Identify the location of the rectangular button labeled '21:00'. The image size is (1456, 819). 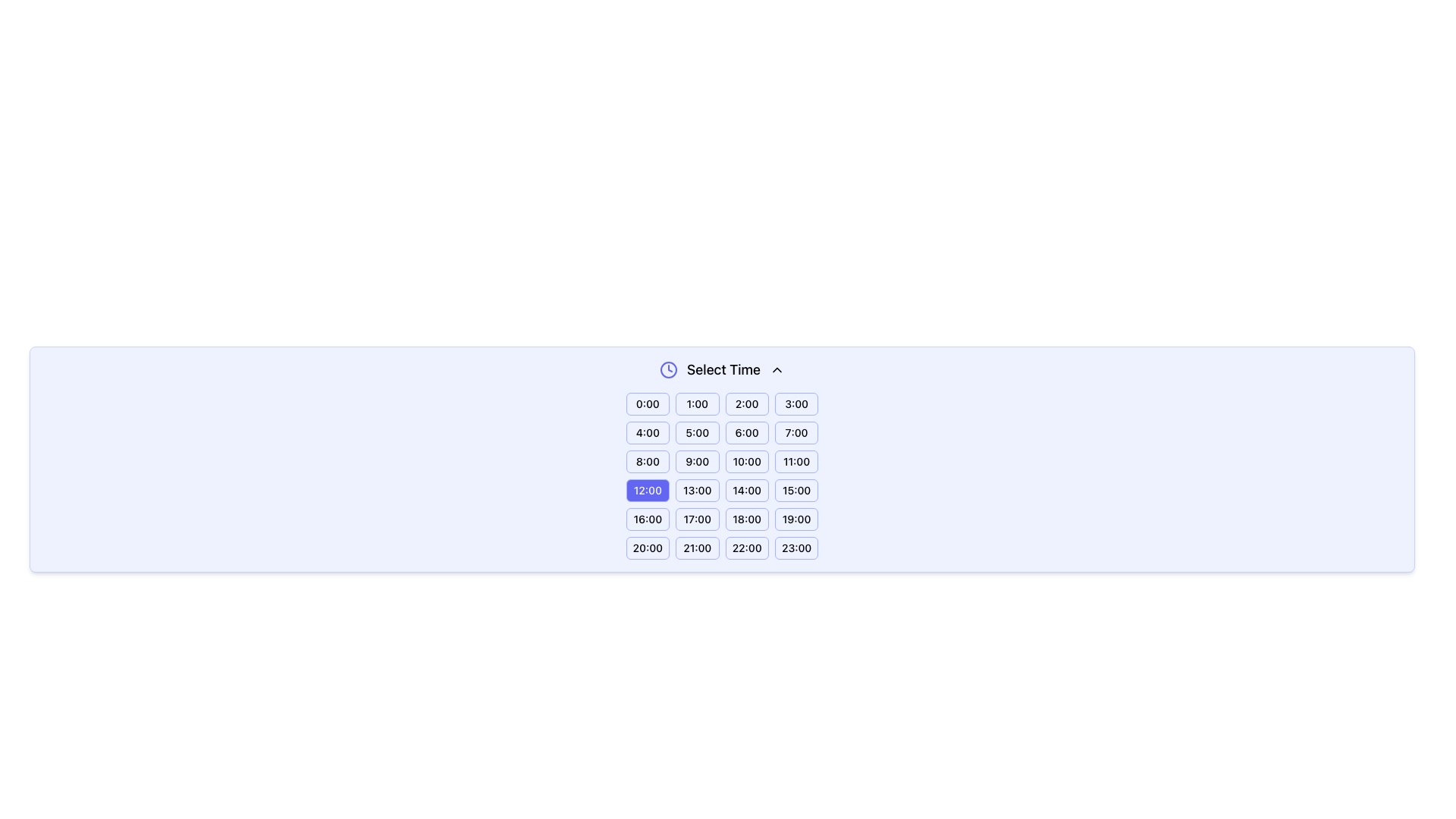
(696, 548).